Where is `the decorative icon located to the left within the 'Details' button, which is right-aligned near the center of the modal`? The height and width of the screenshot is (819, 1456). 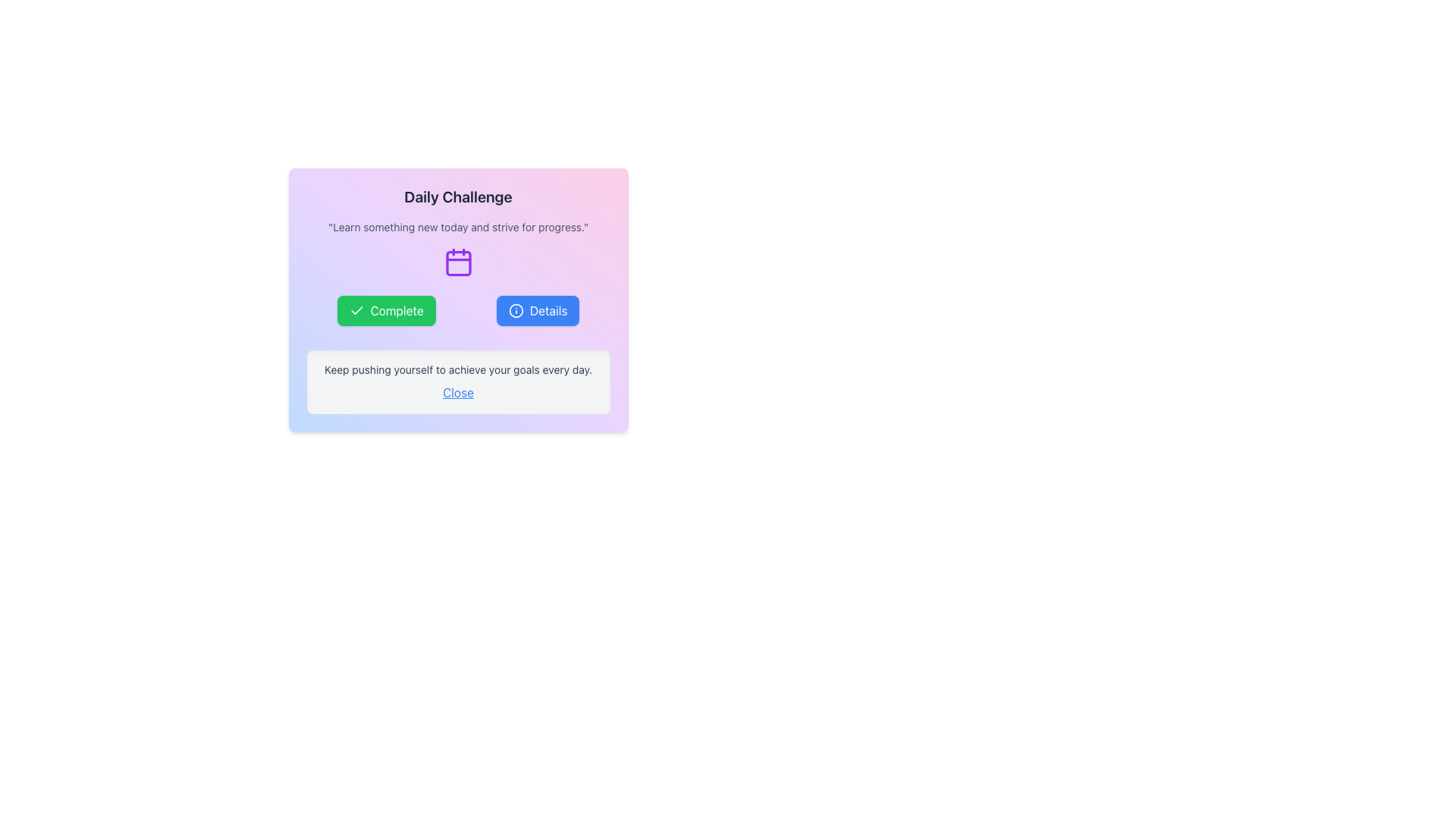
the decorative icon located to the left within the 'Details' button, which is right-aligned near the center of the modal is located at coordinates (516, 309).